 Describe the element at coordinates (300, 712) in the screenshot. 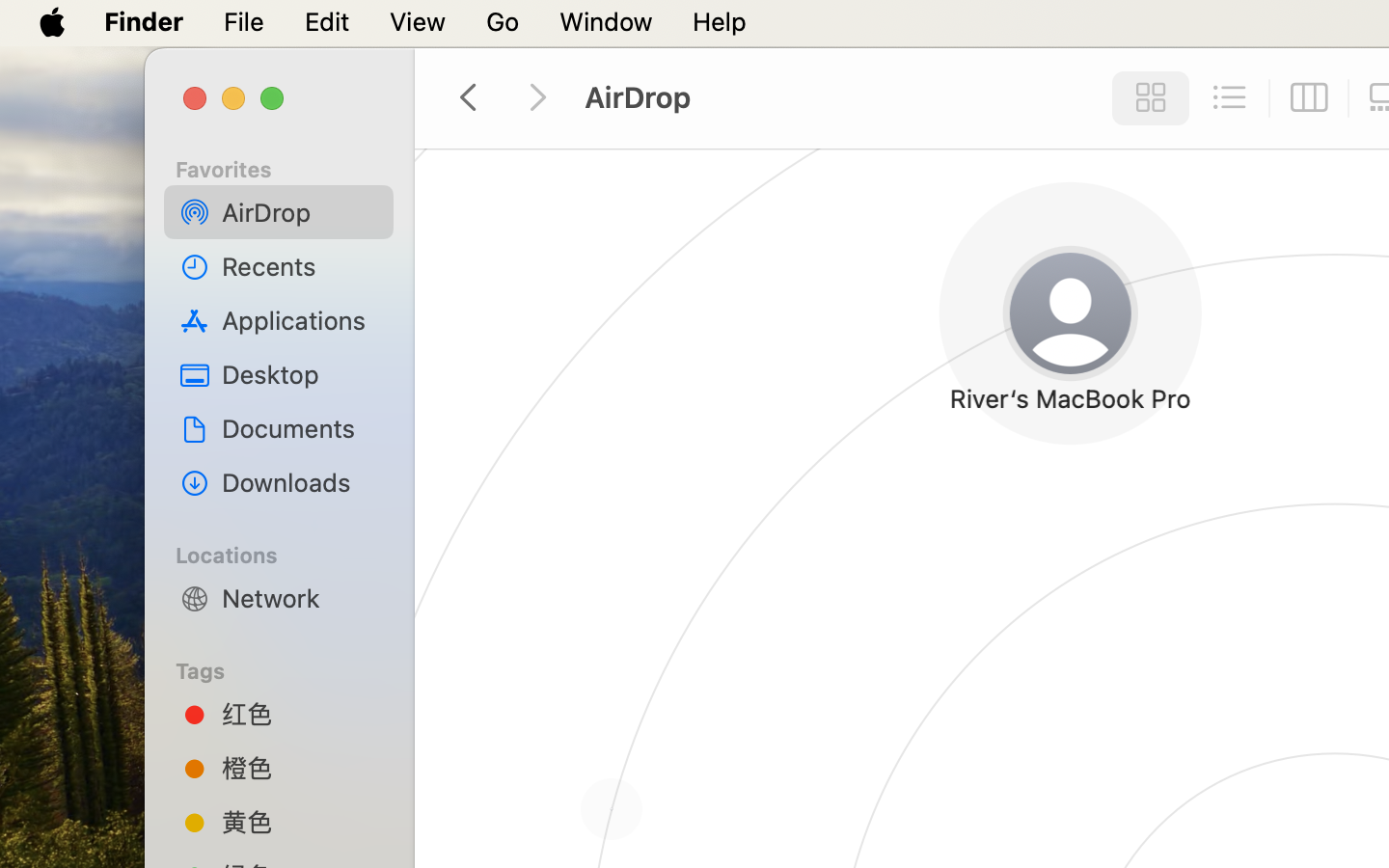

I see `'红色'` at that location.